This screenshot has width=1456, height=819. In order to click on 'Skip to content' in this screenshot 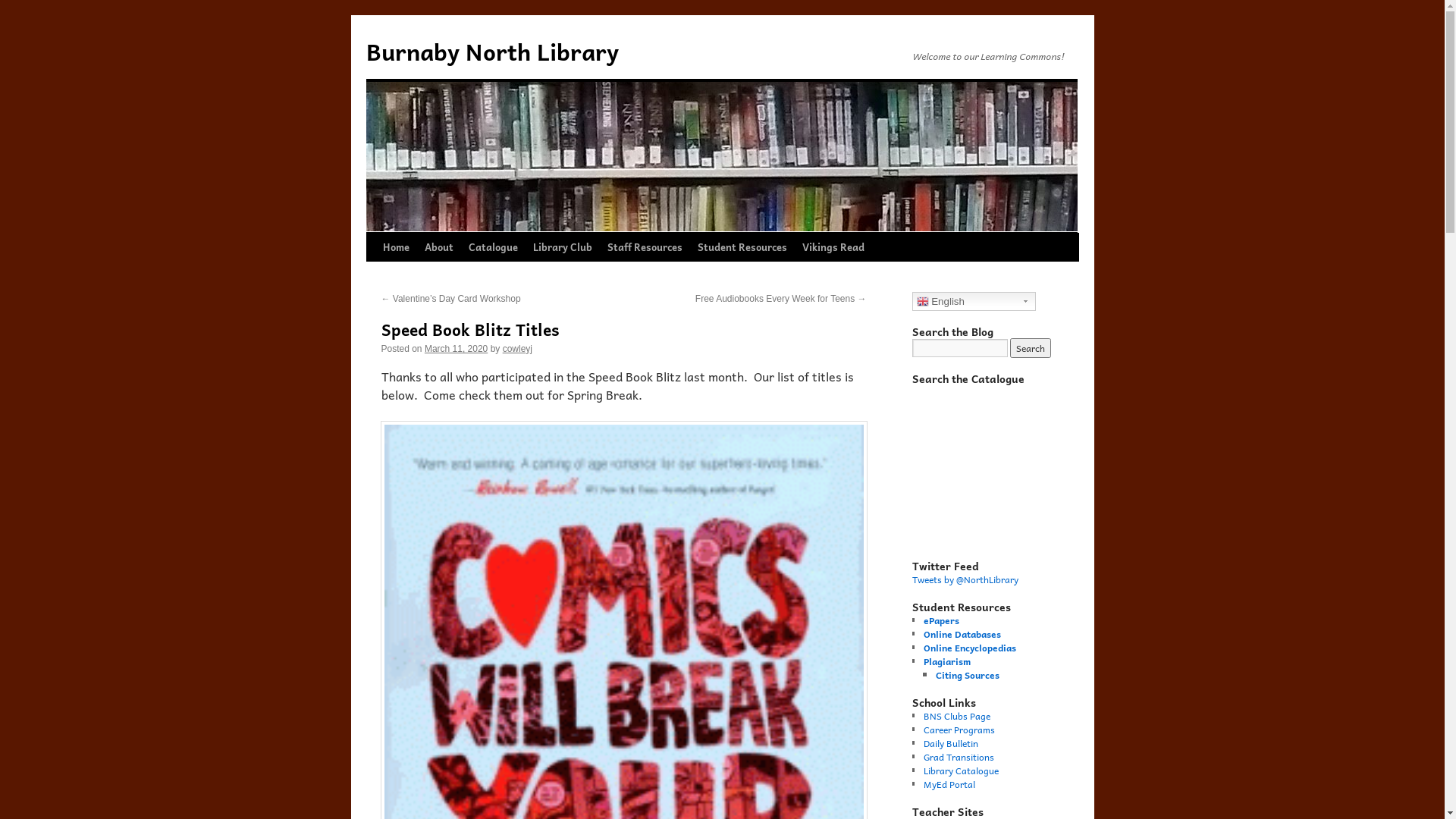, I will do `click(365, 275)`.